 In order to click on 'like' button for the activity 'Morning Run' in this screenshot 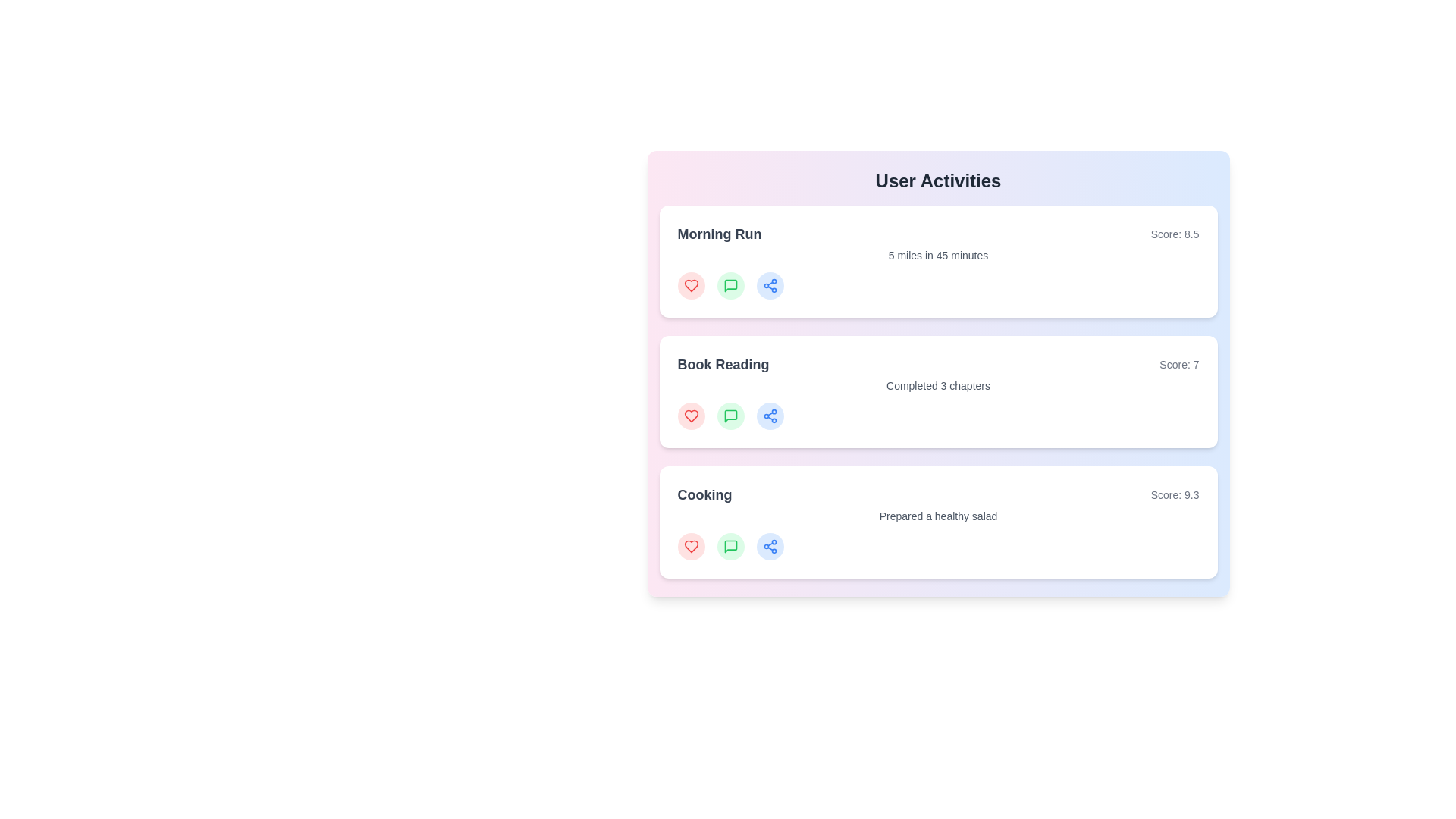, I will do `click(690, 286)`.